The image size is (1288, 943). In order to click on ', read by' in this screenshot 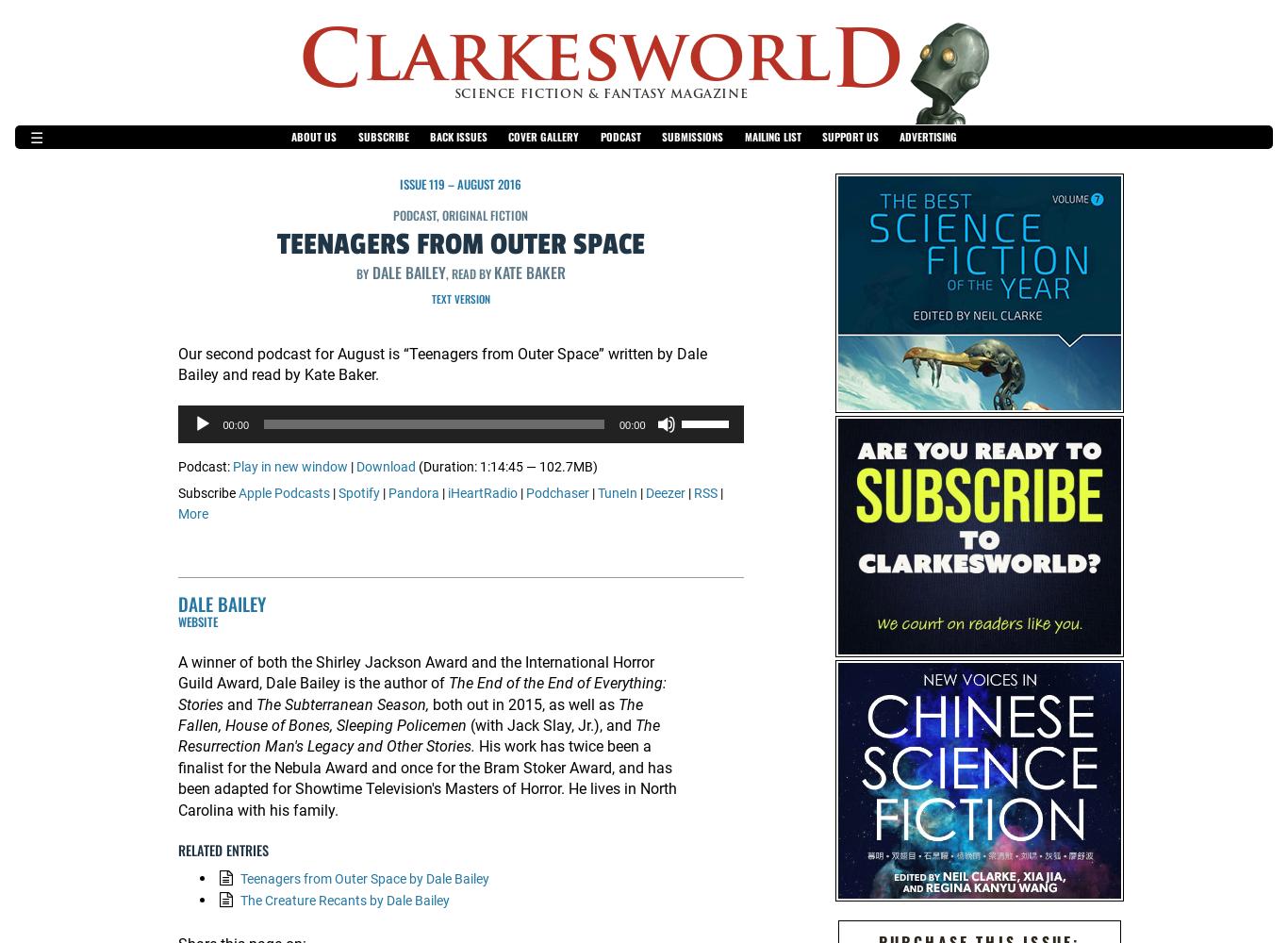, I will do `click(469, 273)`.